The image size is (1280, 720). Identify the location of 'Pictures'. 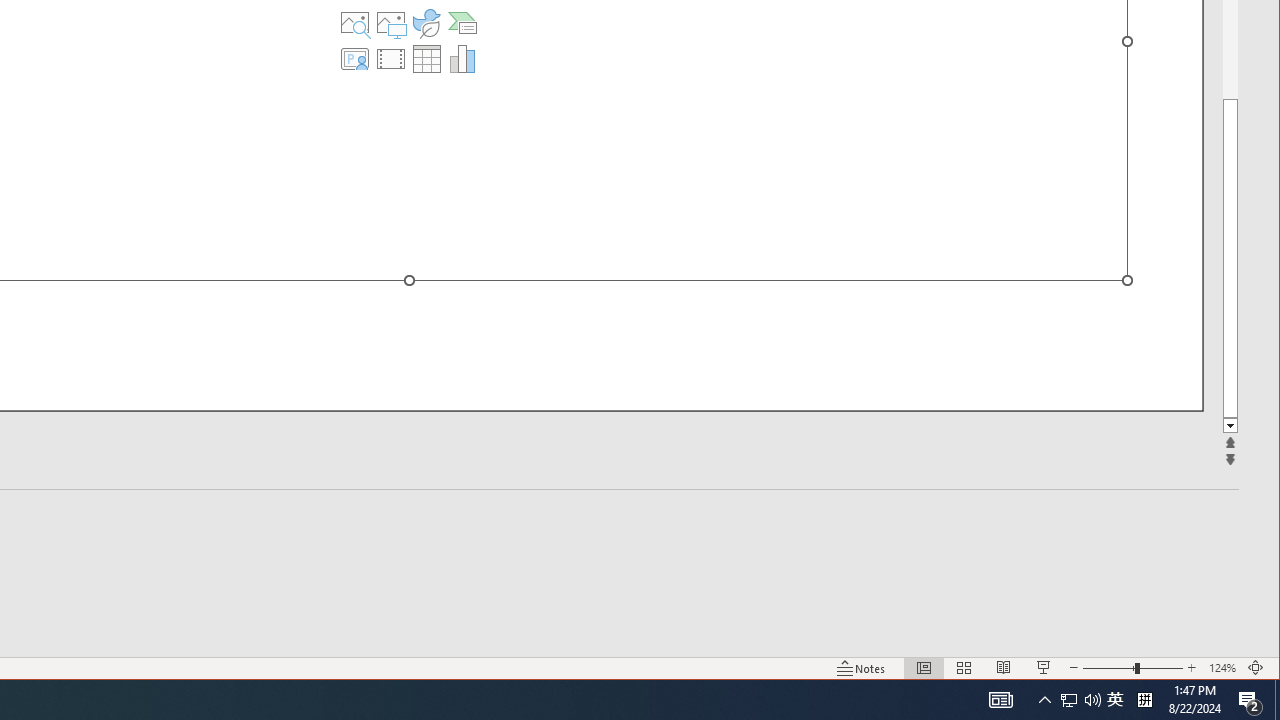
(391, 23).